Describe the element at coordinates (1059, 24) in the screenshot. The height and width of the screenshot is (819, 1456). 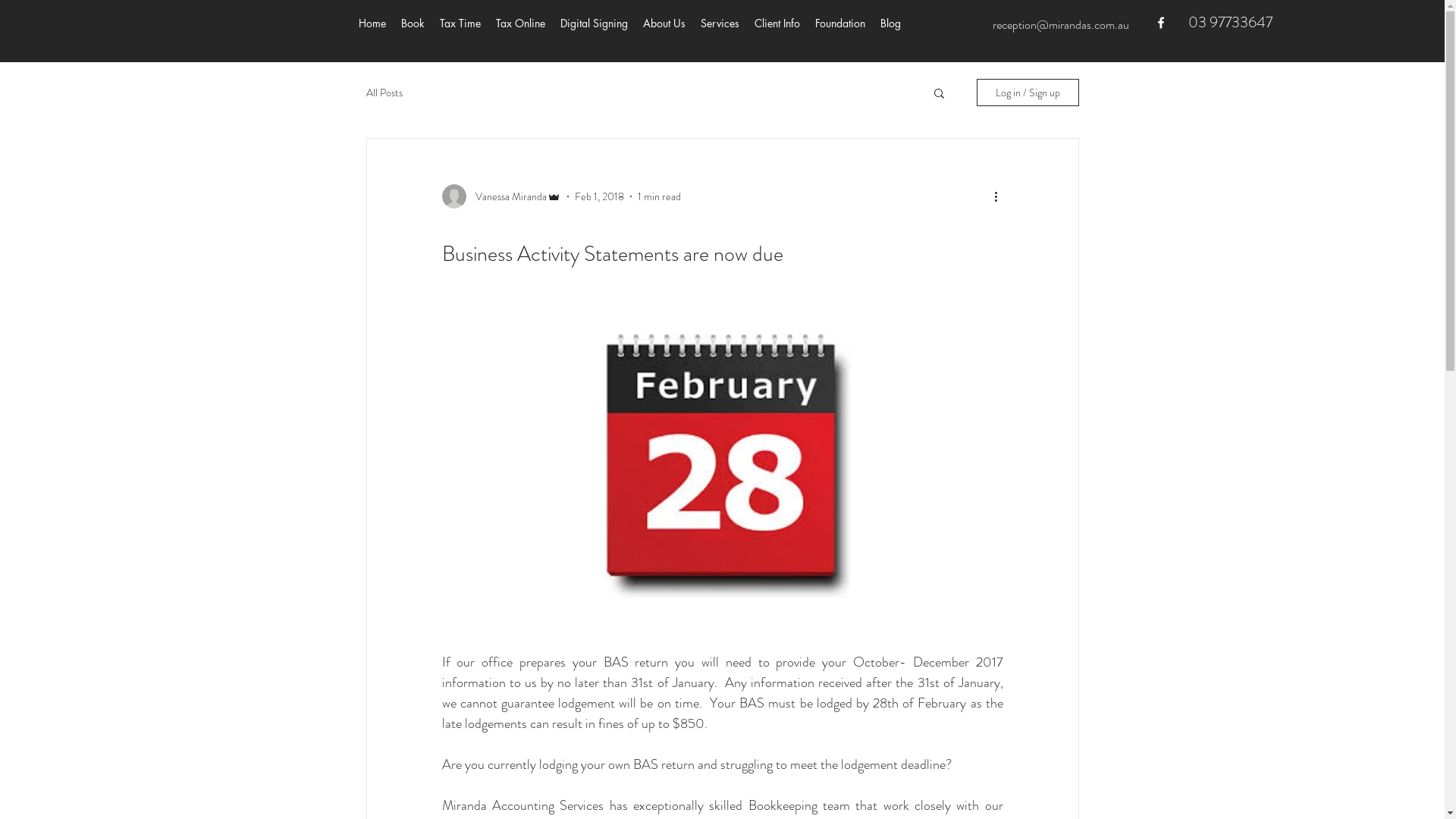
I see `'reception@mirandas.com.au'` at that location.